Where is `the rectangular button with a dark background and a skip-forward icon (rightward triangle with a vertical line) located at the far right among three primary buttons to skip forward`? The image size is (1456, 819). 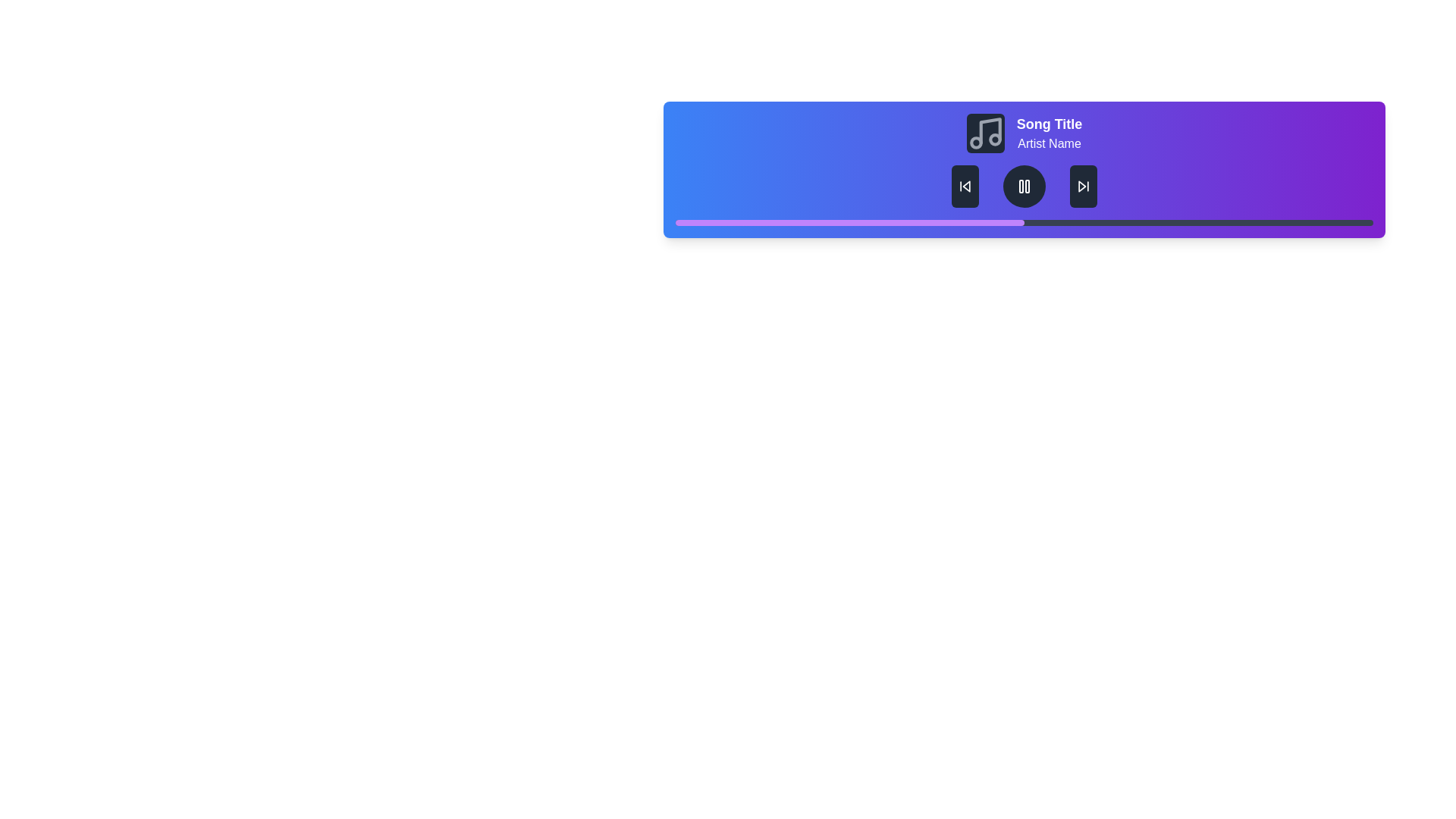 the rectangular button with a dark background and a skip-forward icon (rightward triangle with a vertical line) located at the far right among three primary buttons to skip forward is located at coordinates (1083, 186).